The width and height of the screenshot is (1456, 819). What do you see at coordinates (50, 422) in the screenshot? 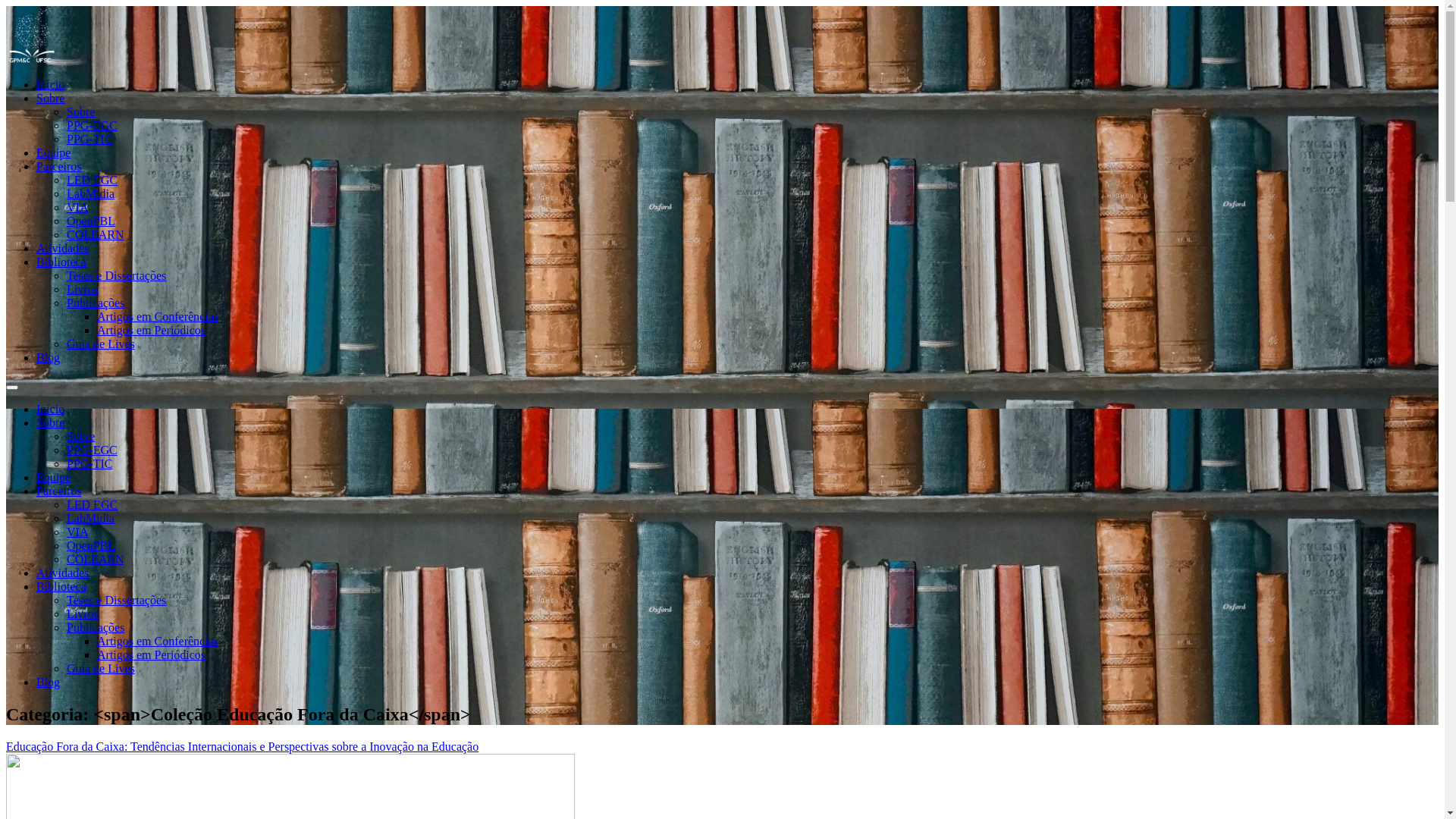
I see `'Sobre'` at bounding box center [50, 422].